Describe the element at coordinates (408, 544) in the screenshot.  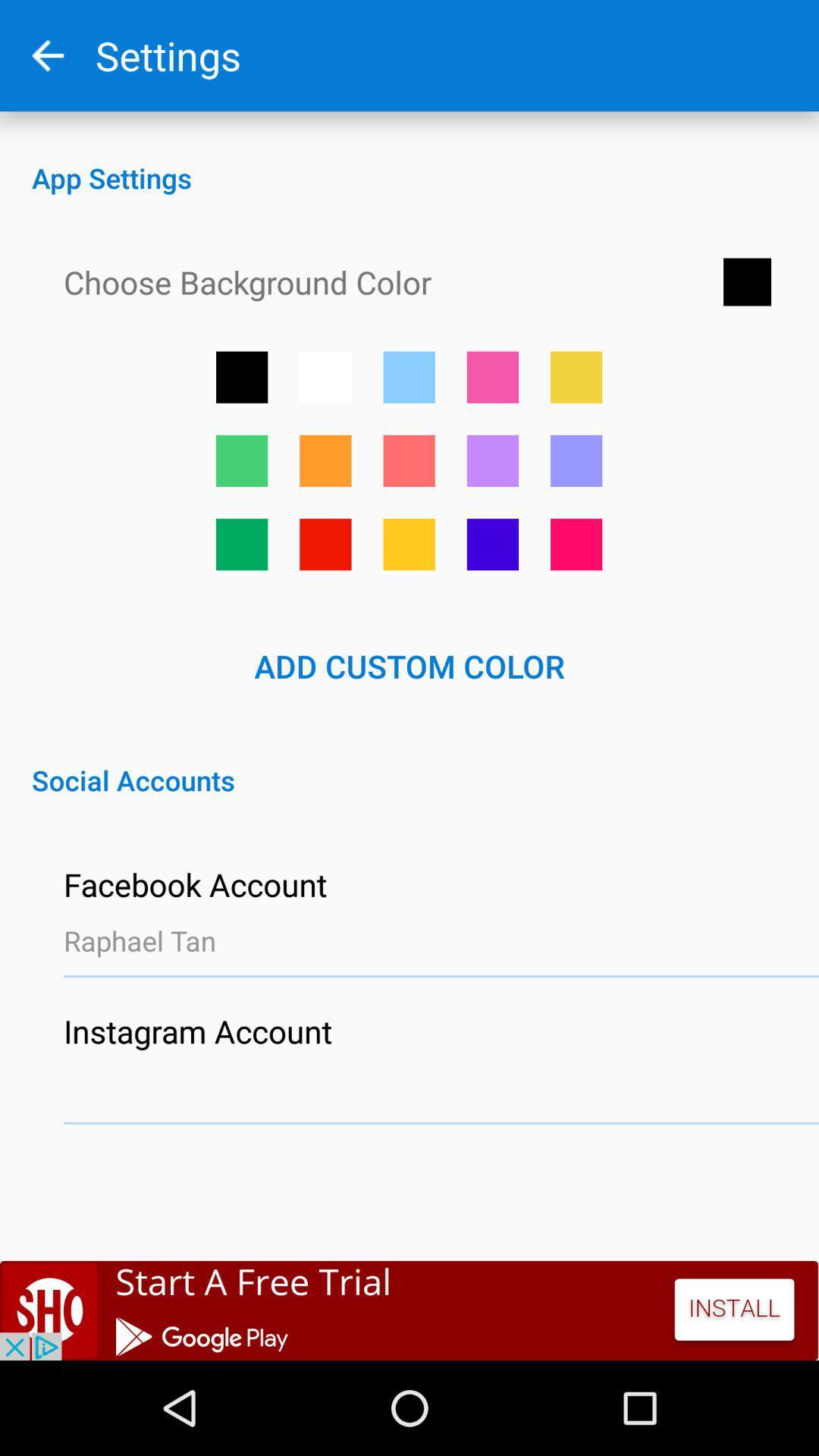
I see `choose orange color` at that location.